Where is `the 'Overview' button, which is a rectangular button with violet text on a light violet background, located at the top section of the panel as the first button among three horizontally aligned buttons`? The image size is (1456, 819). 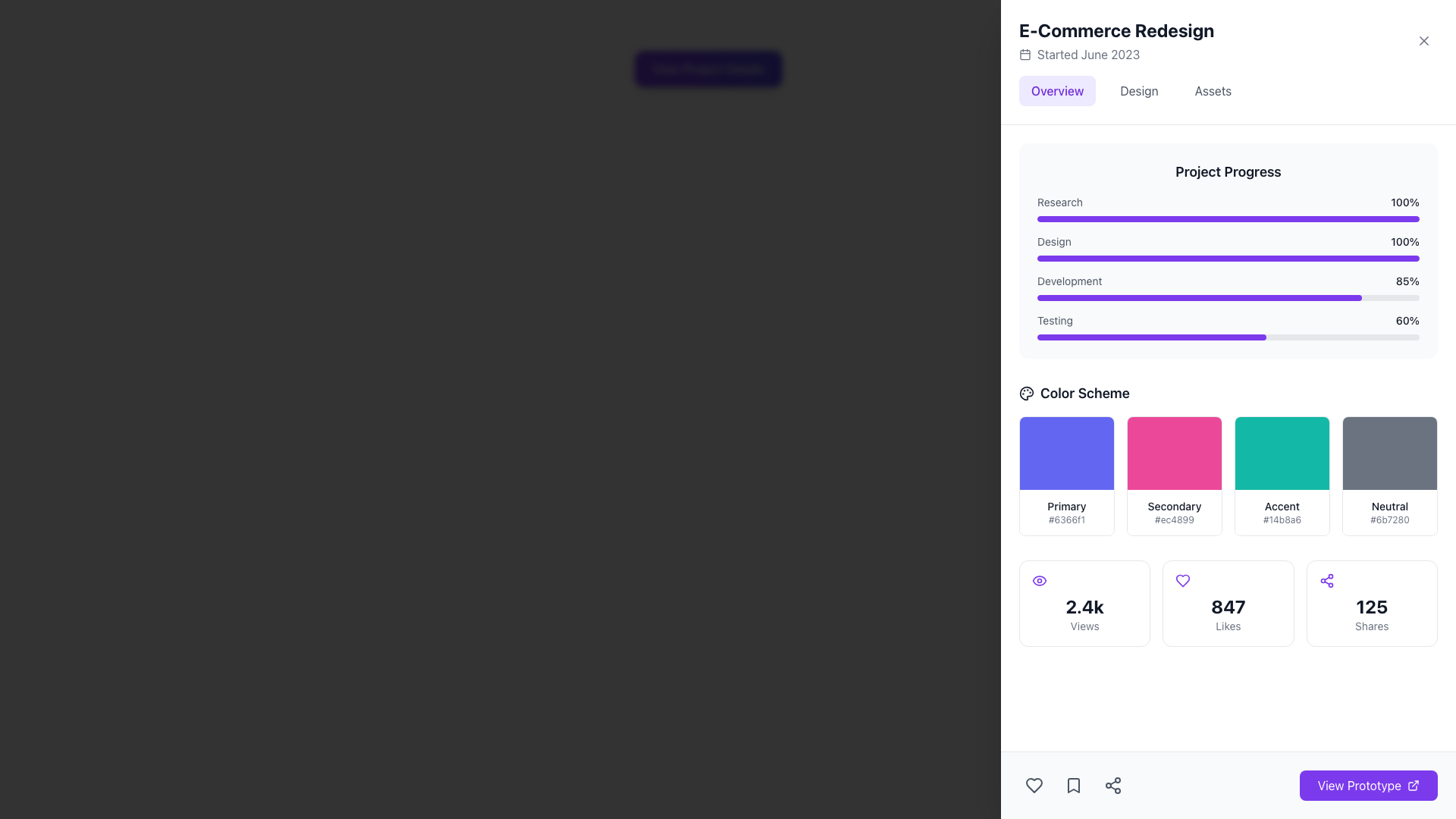
the 'Overview' button, which is a rectangular button with violet text on a light violet background, located at the top section of the panel as the first button among three horizontally aligned buttons is located at coordinates (1056, 90).